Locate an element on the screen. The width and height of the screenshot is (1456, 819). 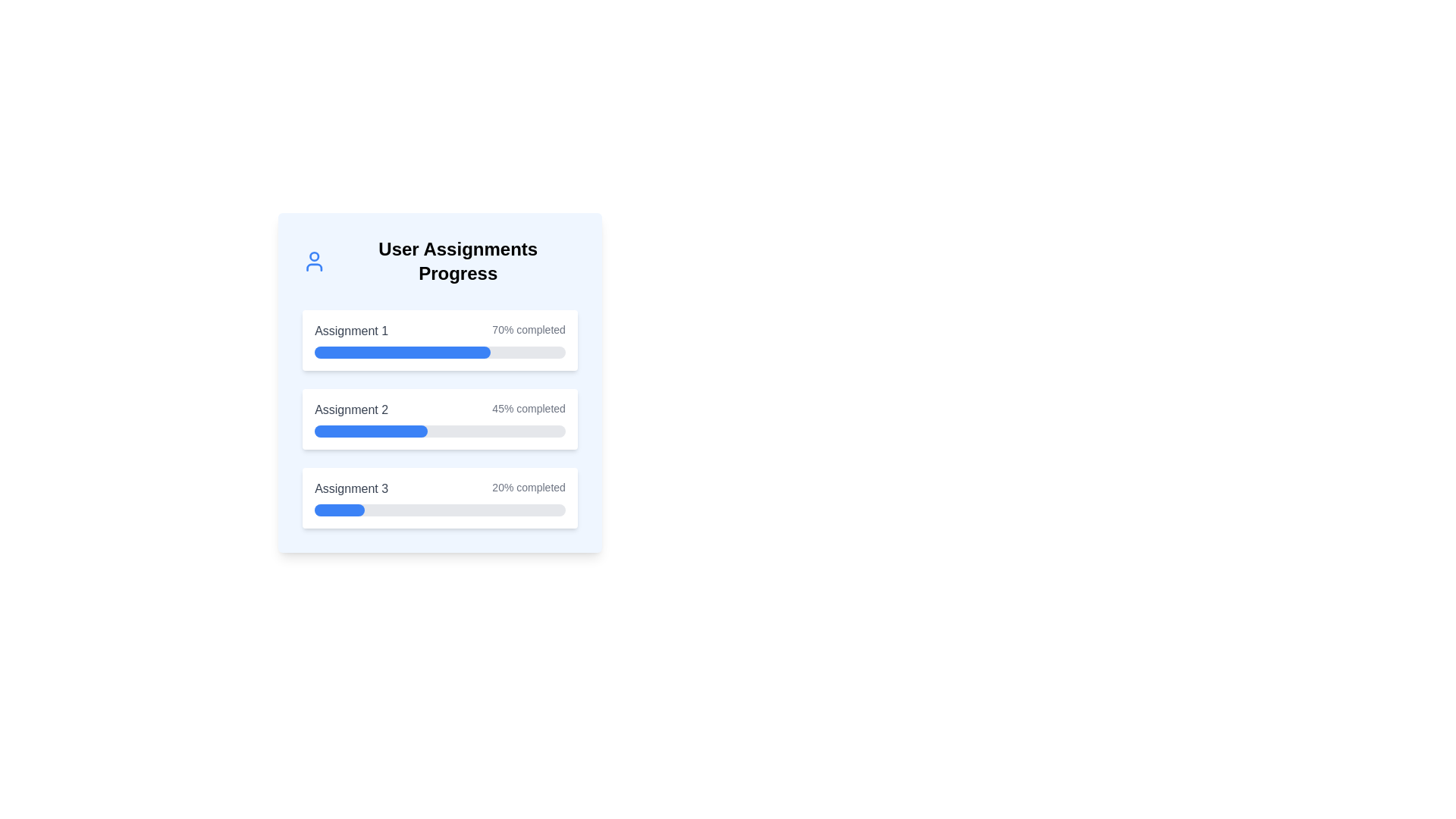
the static text label indicating the progress percentage of '20% completed' for Assignment 3 located in the progress section of the third card under 'User Assignments Progress' is located at coordinates (529, 488).